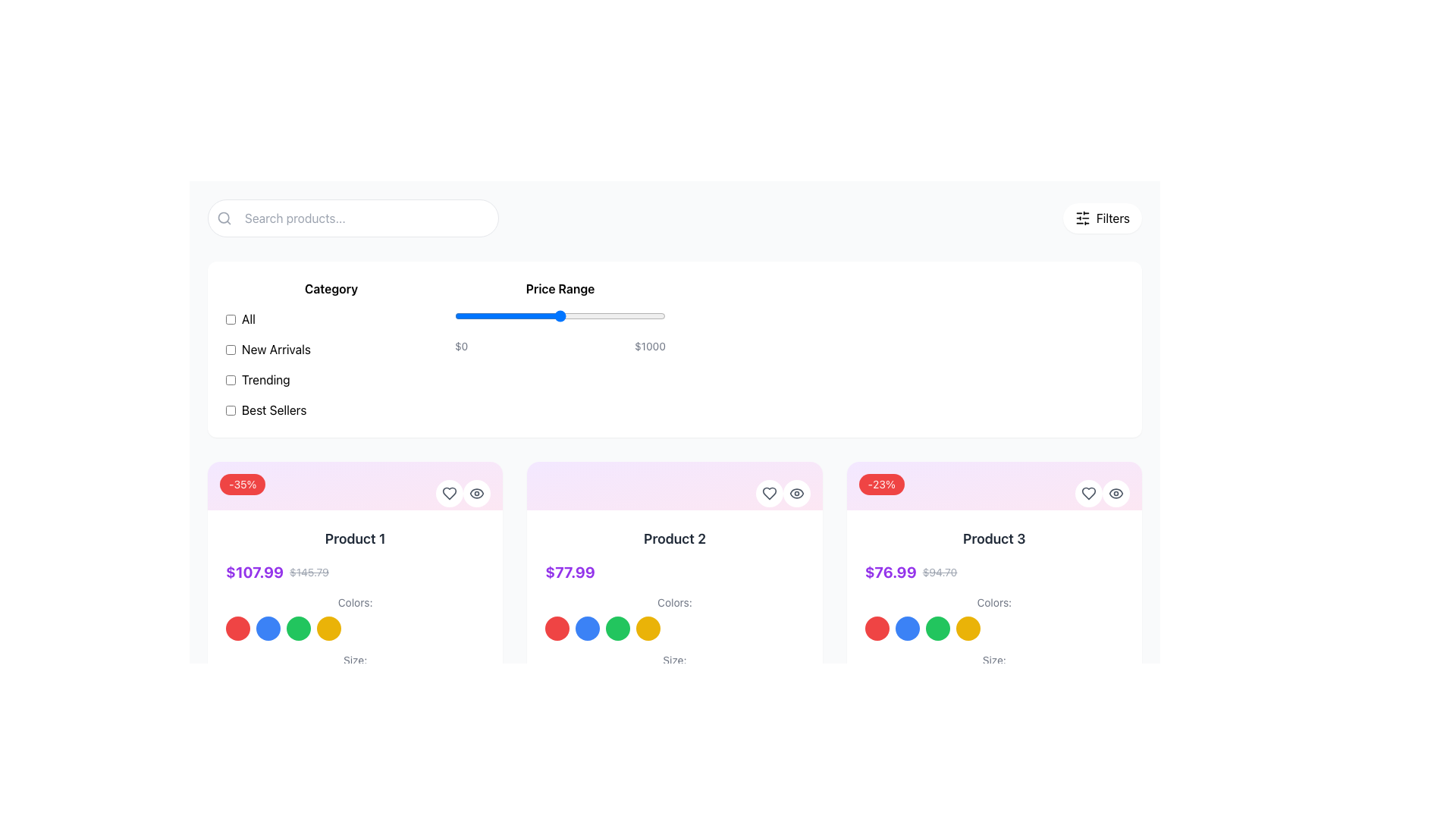  What do you see at coordinates (994, 638) in the screenshot?
I see `the third product card in the e-commerce interface, which displays 'Product 3', a current price of '$76.99' in bold purple, and an 'Add to Cart' button at the bottom` at bounding box center [994, 638].